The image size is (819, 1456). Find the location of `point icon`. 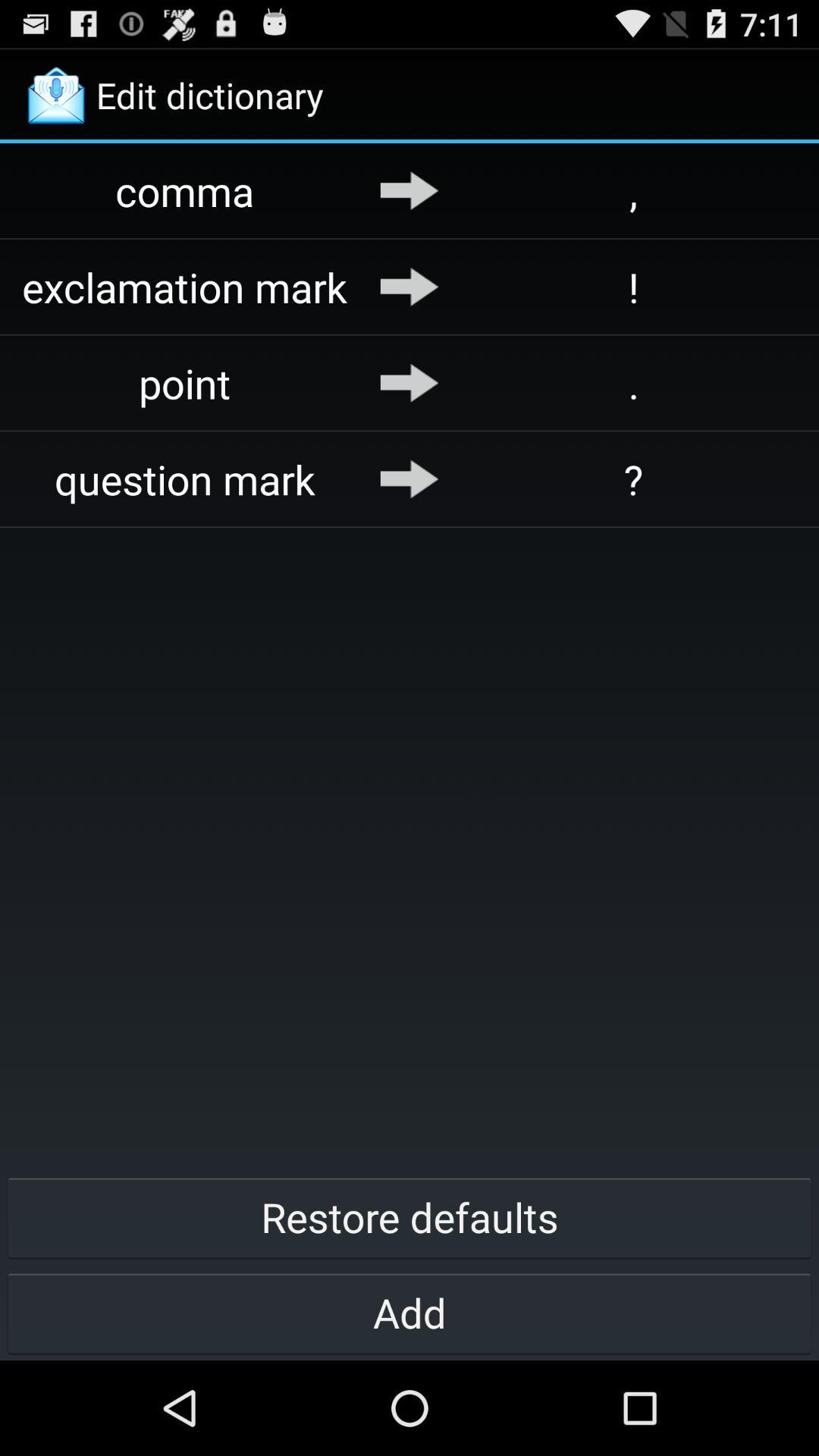

point icon is located at coordinates (184, 383).